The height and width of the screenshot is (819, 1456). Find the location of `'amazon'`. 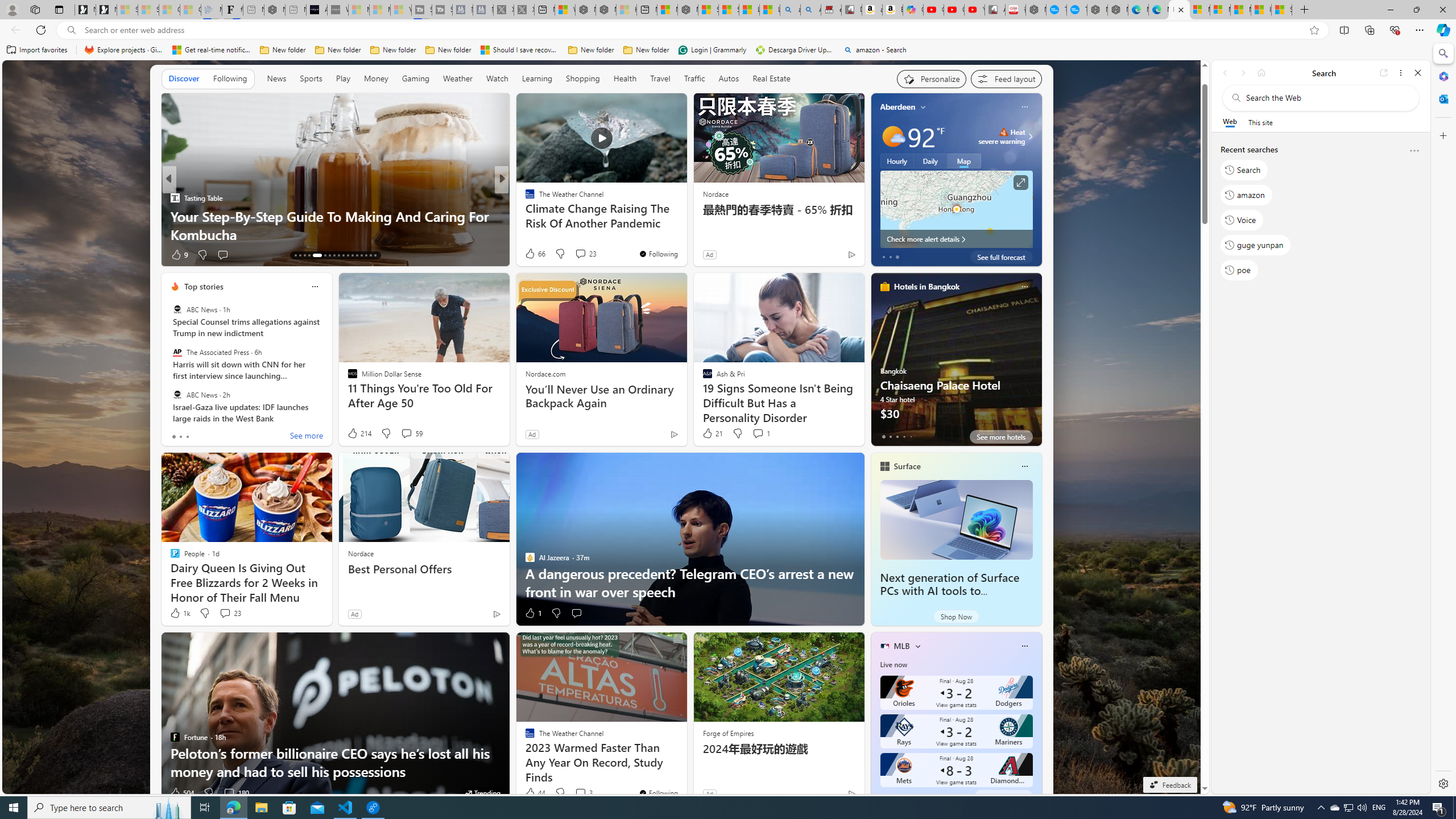

'amazon' is located at coordinates (1246, 195).